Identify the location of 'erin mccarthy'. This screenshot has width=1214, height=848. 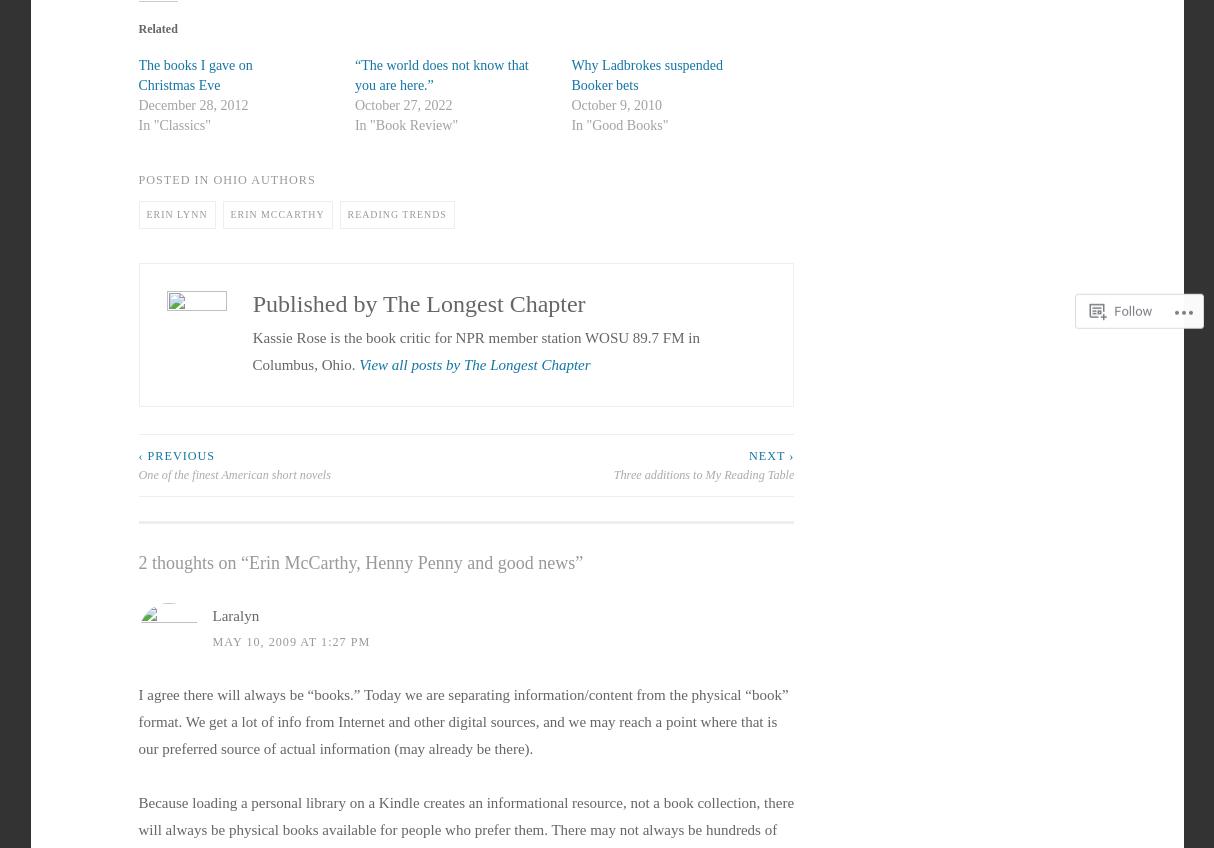
(276, 212).